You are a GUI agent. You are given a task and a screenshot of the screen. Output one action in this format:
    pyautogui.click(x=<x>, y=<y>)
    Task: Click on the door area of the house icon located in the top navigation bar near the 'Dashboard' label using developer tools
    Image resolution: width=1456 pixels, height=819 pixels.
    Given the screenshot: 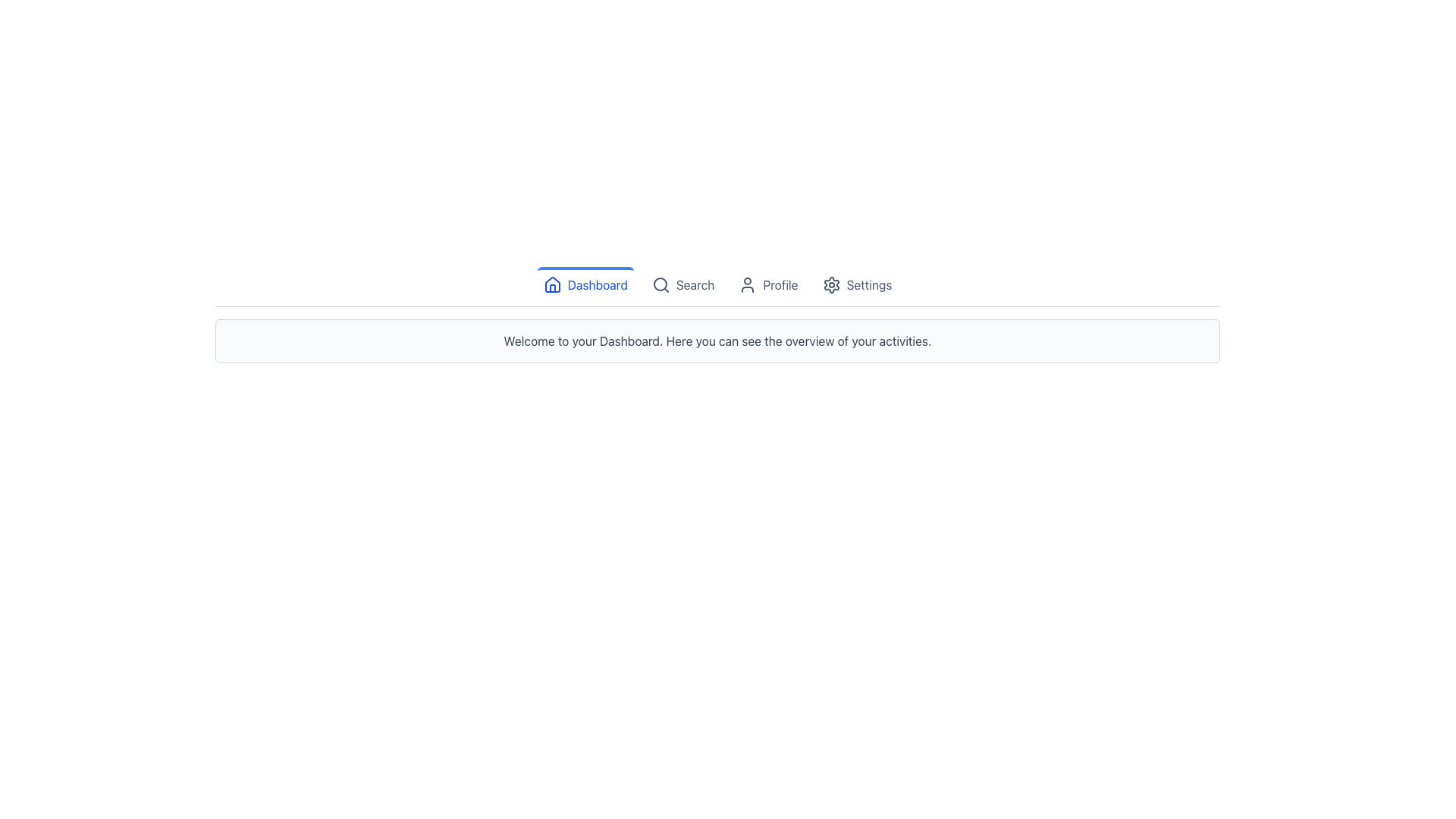 What is the action you would take?
    pyautogui.click(x=551, y=288)
    